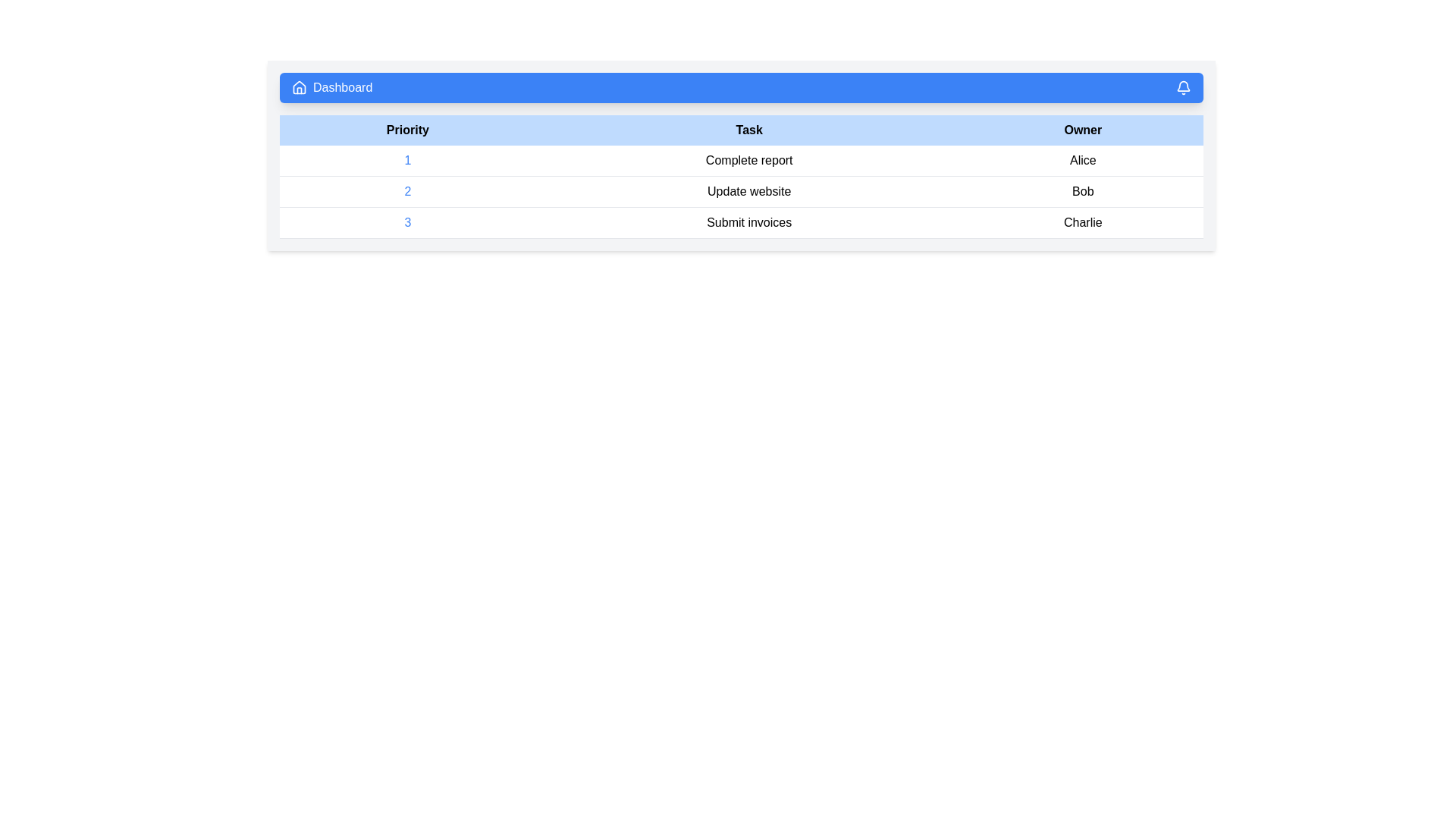 This screenshot has width=1456, height=819. I want to click on the blue bell icon in the top-right corner of the application interface, so click(1182, 86).